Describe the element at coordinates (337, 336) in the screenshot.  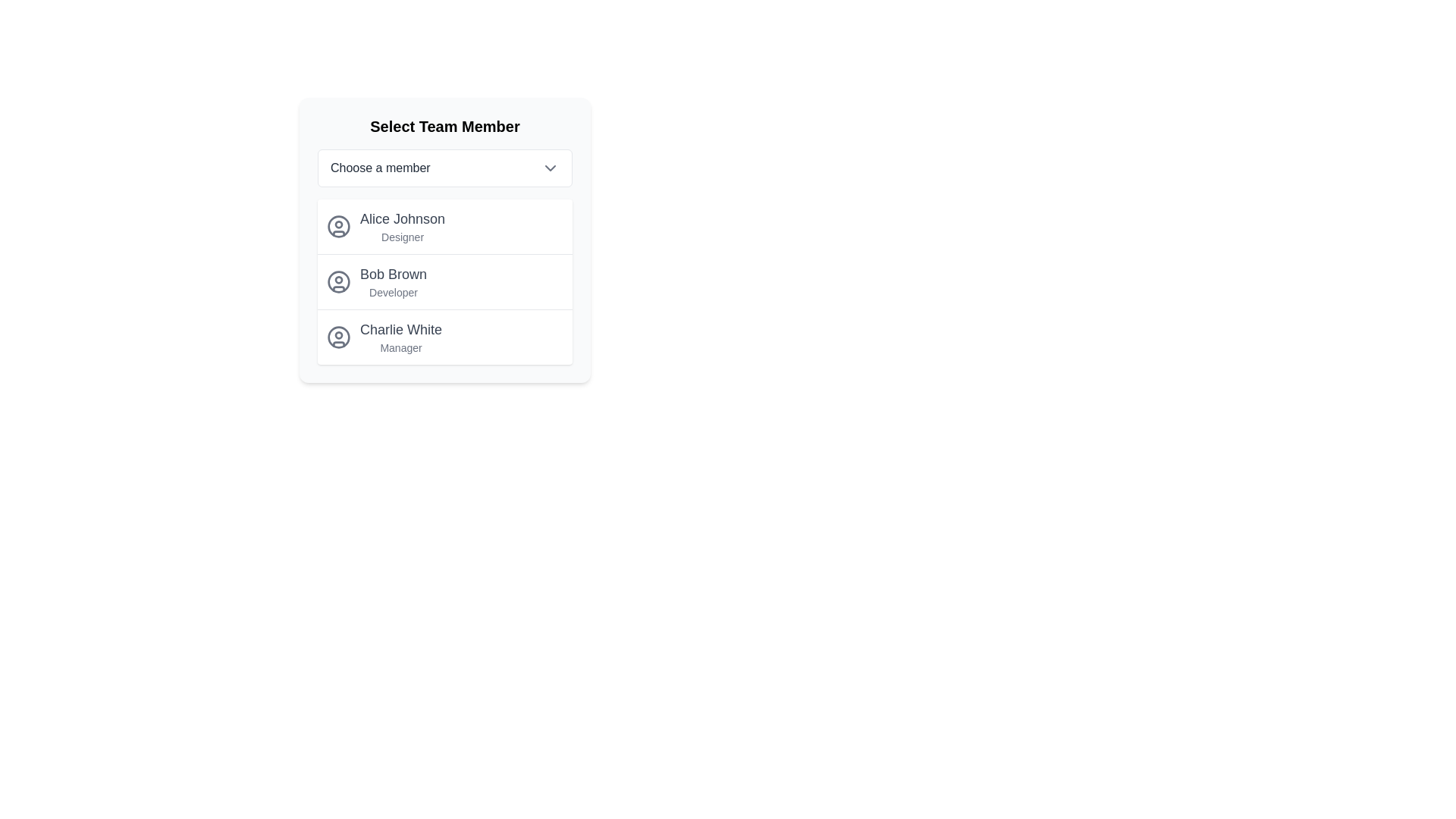
I see `the user profile icon for 'Charlie White'` at that location.